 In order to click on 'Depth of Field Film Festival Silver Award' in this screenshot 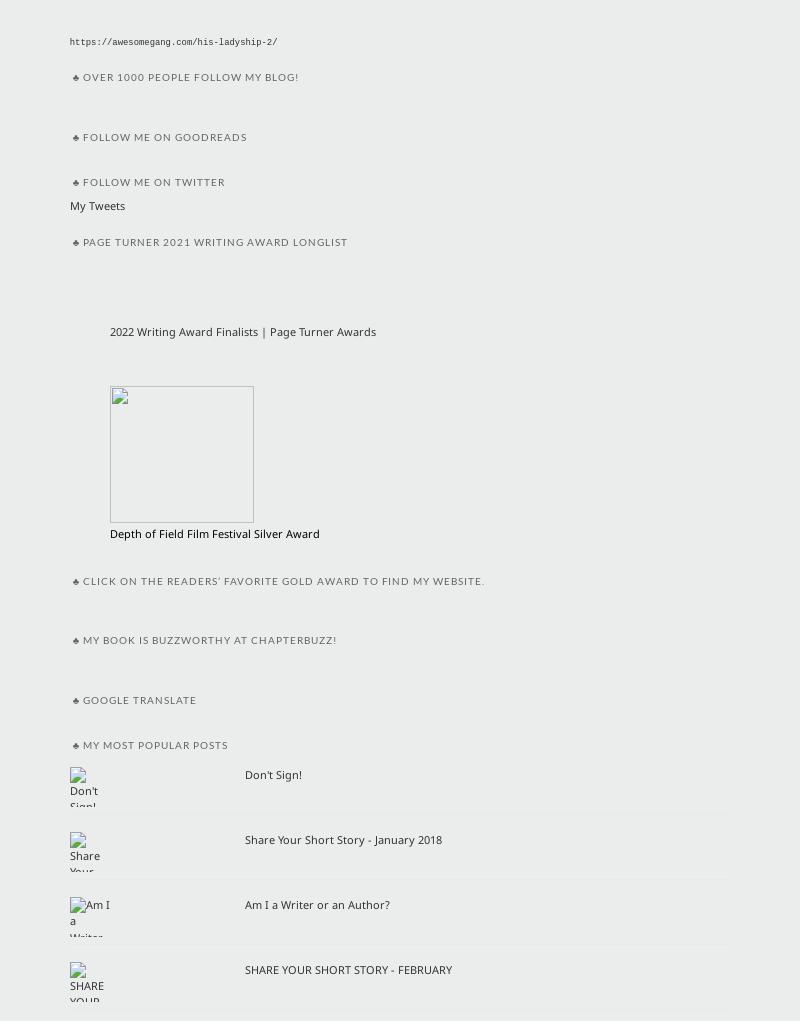, I will do `click(214, 532)`.